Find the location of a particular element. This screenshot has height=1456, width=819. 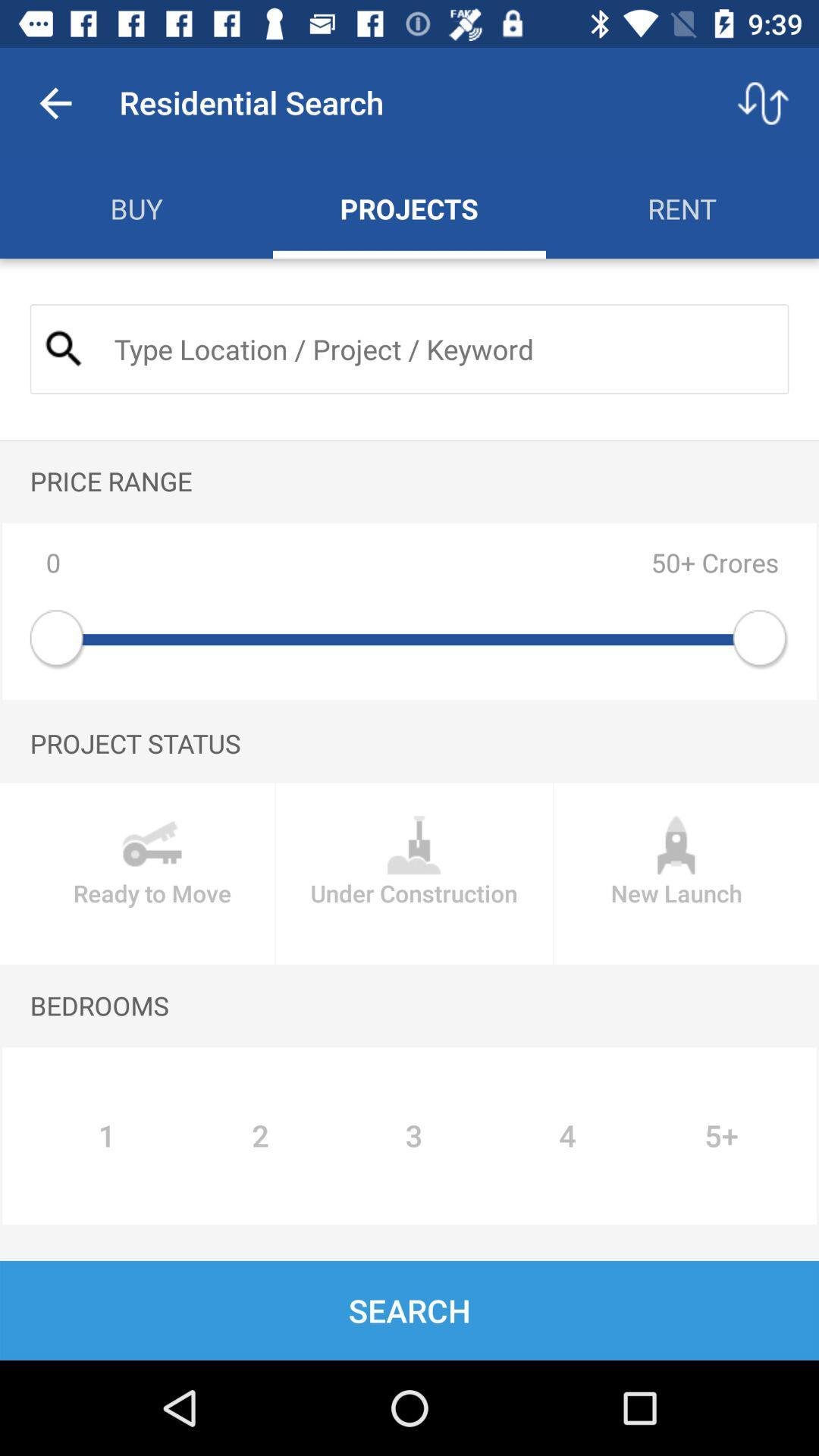

item above the bedrooms icon is located at coordinates (414, 874).